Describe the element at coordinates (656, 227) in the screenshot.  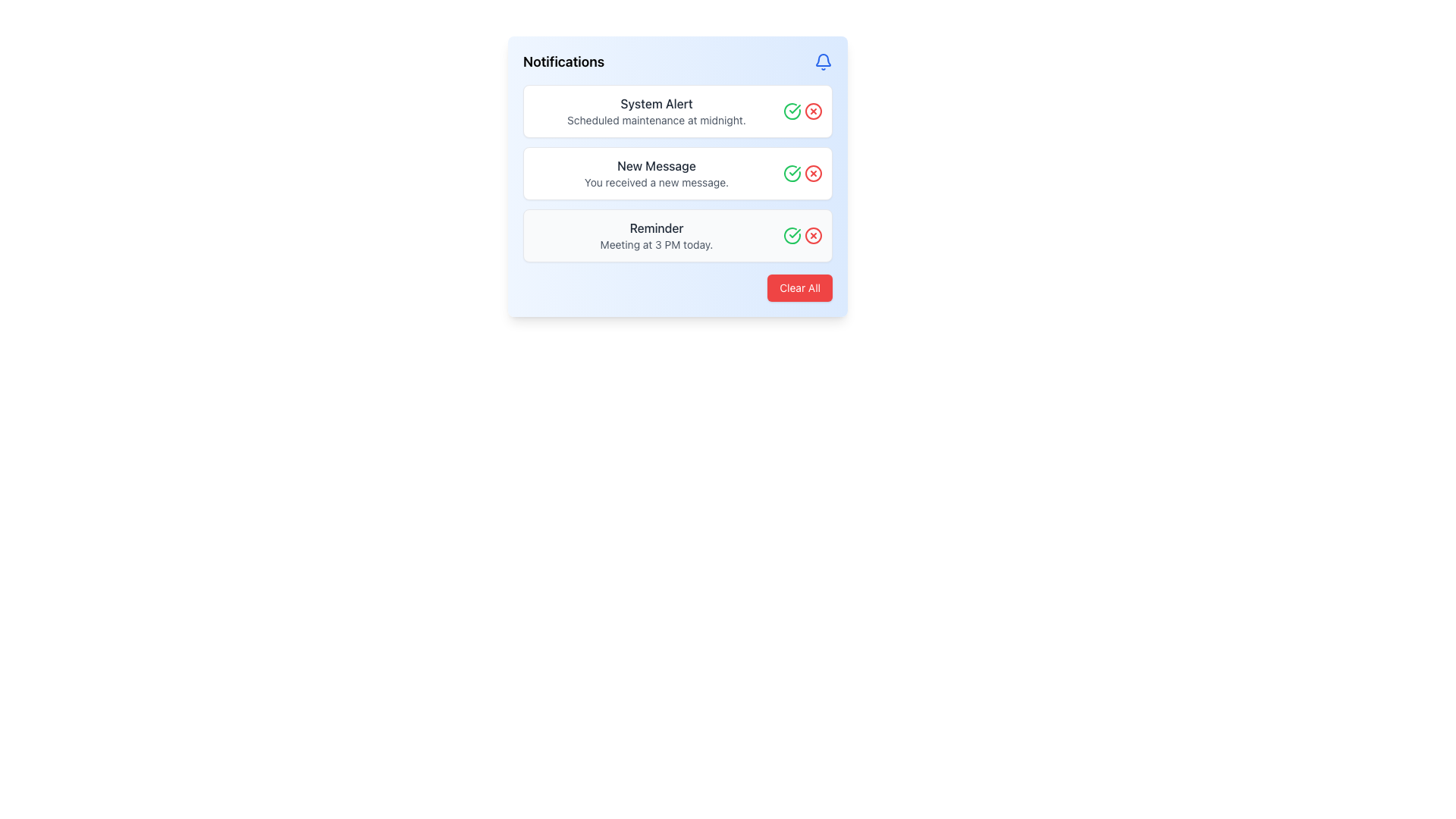
I see `the 'Reminder' text label located in the third notification entry within the 'Notifications' list, which is styled in gray and is positioned above the description 'Meeting at 3 PM today.'` at that location.